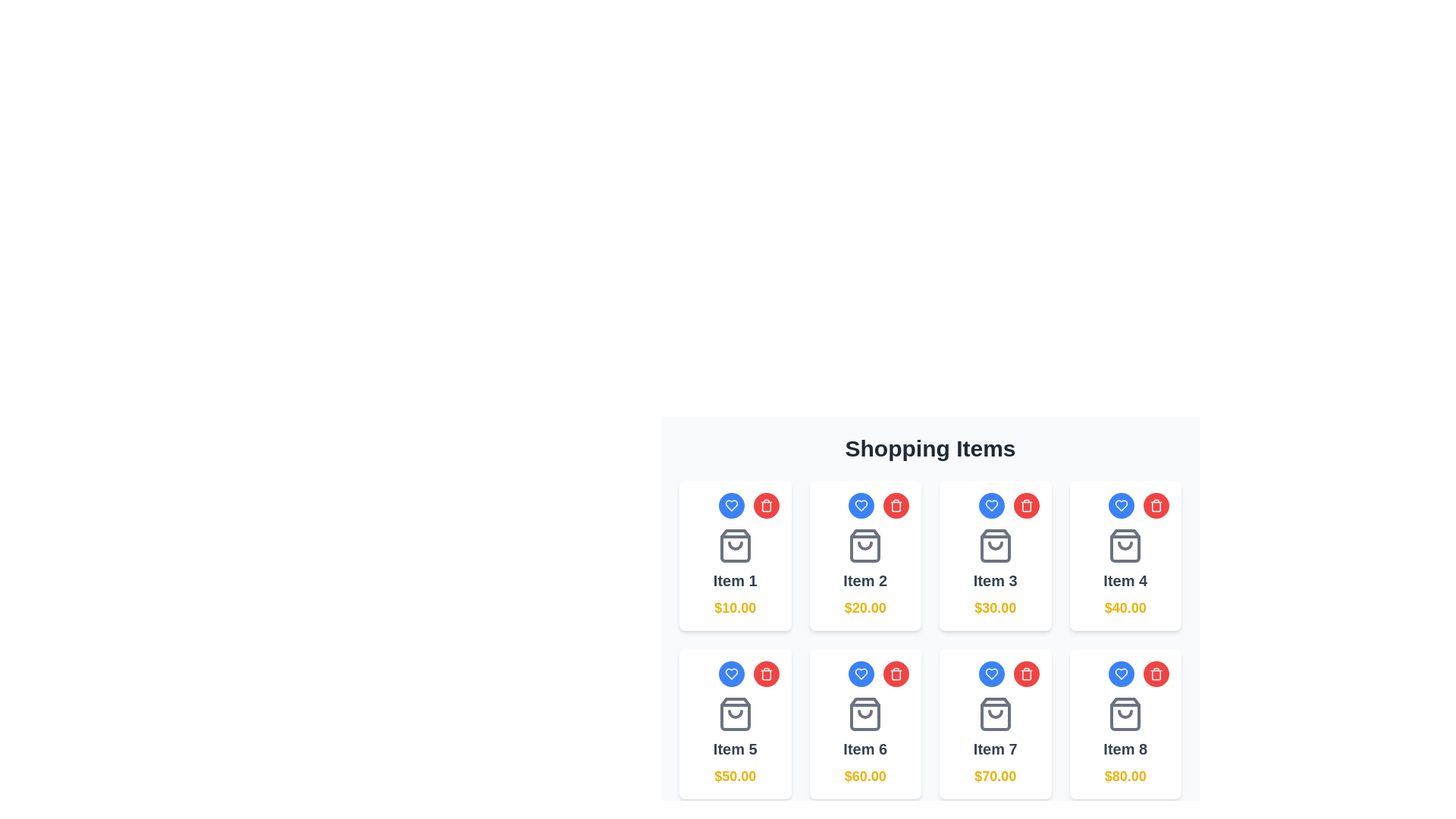  What do you see at coordinates (1121, 673) in the screenshot?
I see `the heart-shaped icon located in the top-left corner of the 'Item 8' card` at bounding box center [1121, 673].